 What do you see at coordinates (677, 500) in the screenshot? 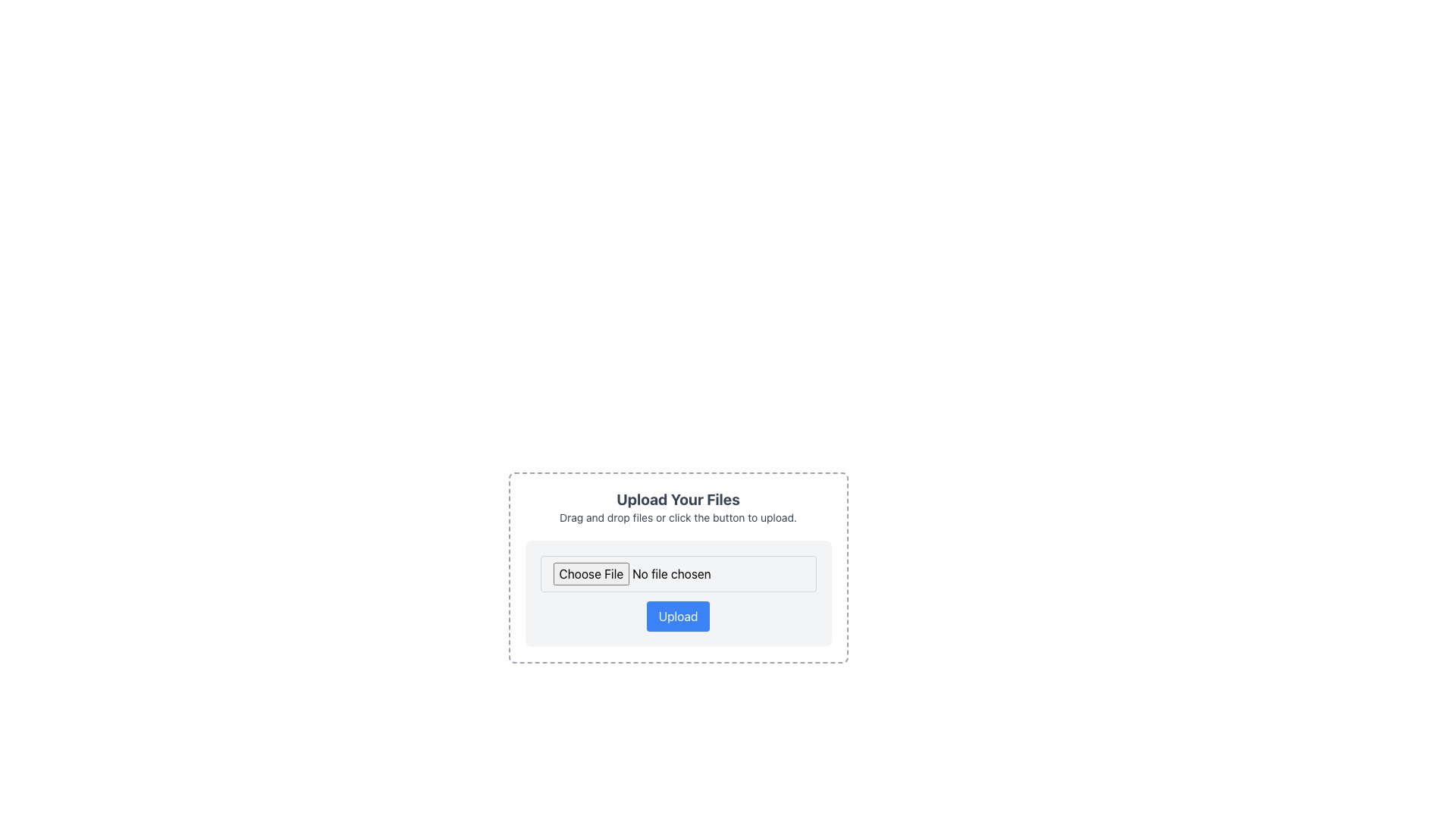
I see `the bold, large-sized text that reads 'Upload Your Files', which is positioned at the top-center of a card-like section` at bounding box center [677, 500].